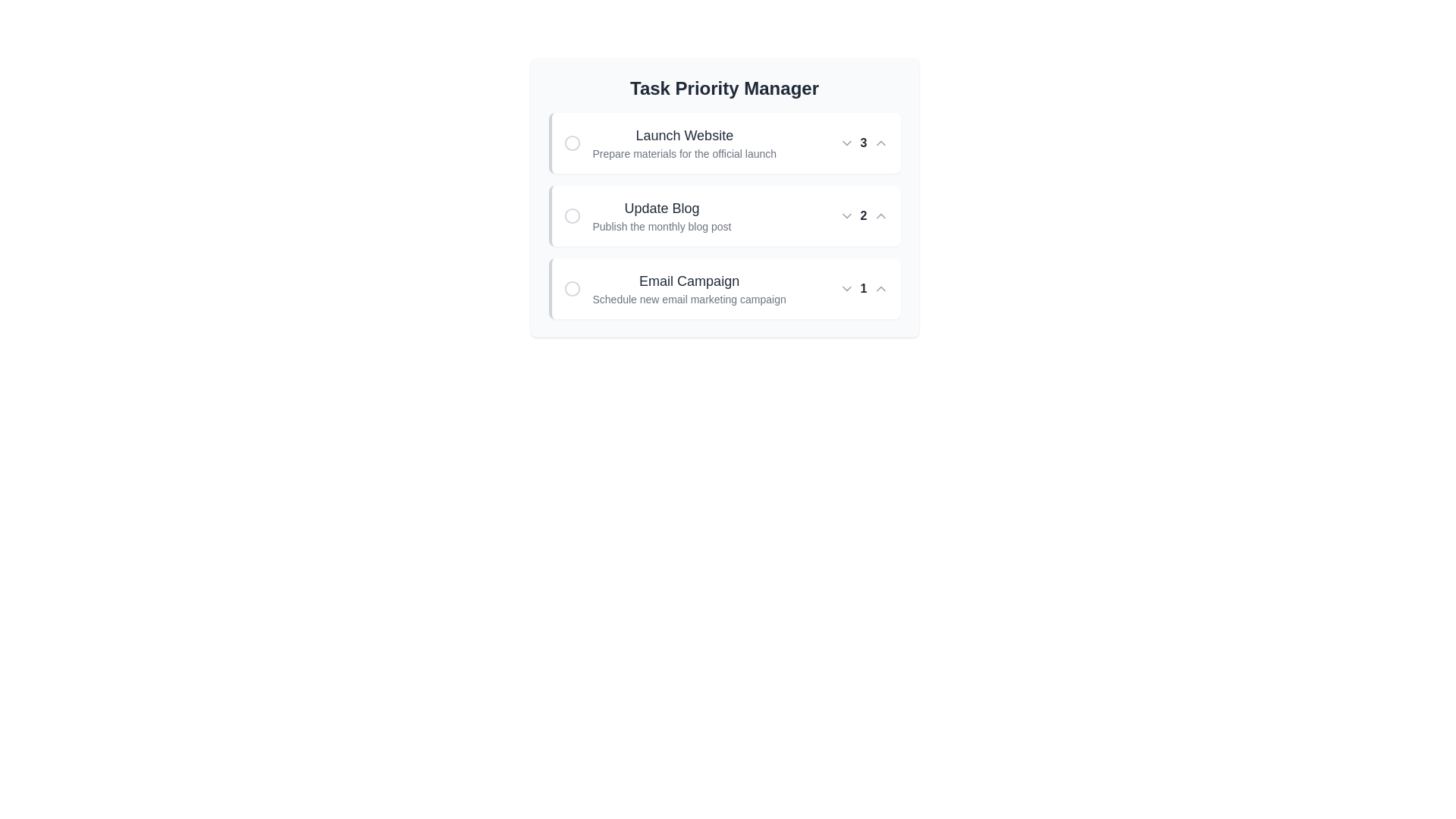 The image size is (1456, 819). Describe the element at coordinates (864, 216) in the screenshot. I see `current priority level displayed in the text indicator located at the right end of the 'Update Blog' row, between two interactive buttons` at that location.